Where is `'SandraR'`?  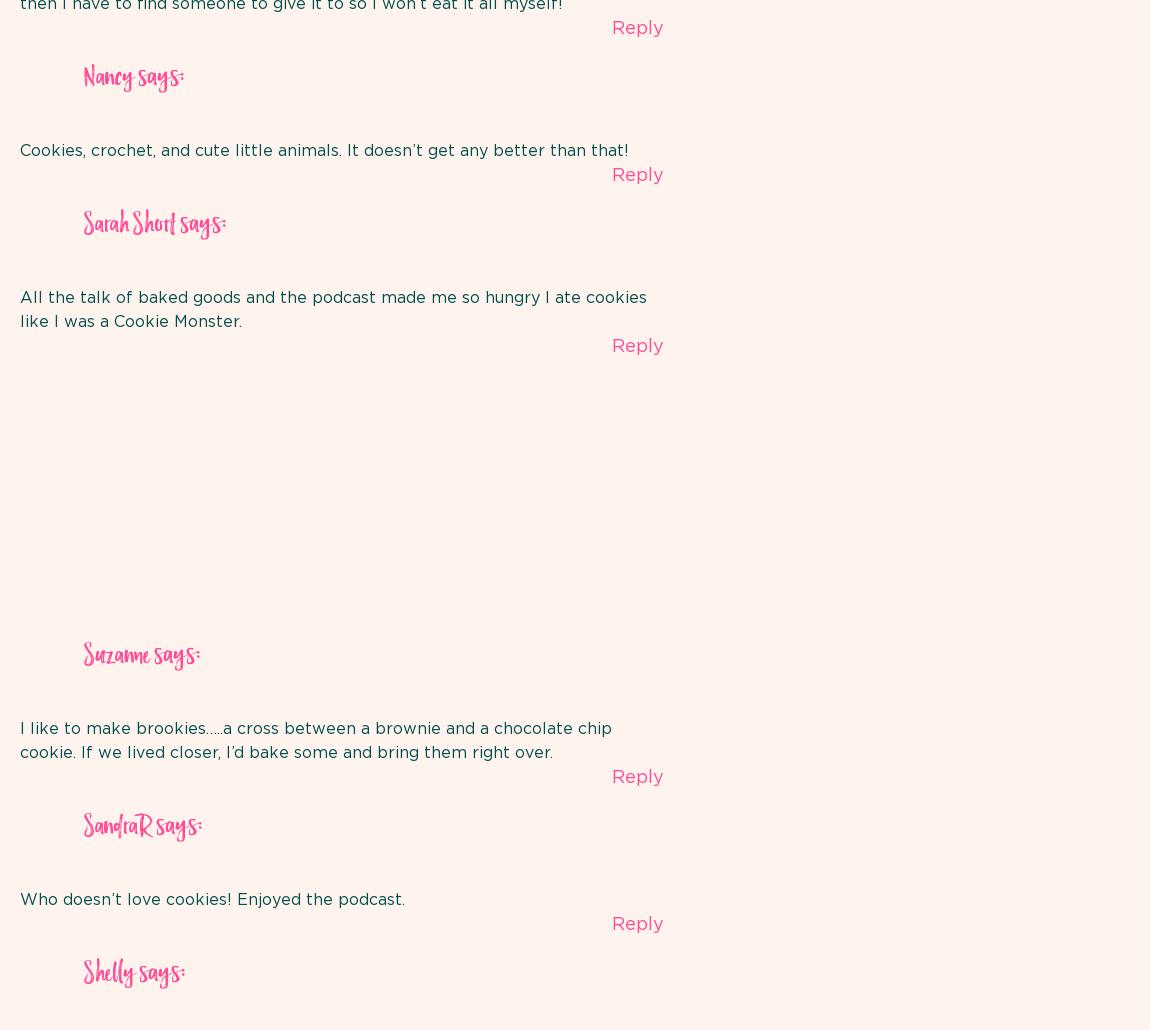 'SandraR' is located at coordinates (116, 825).